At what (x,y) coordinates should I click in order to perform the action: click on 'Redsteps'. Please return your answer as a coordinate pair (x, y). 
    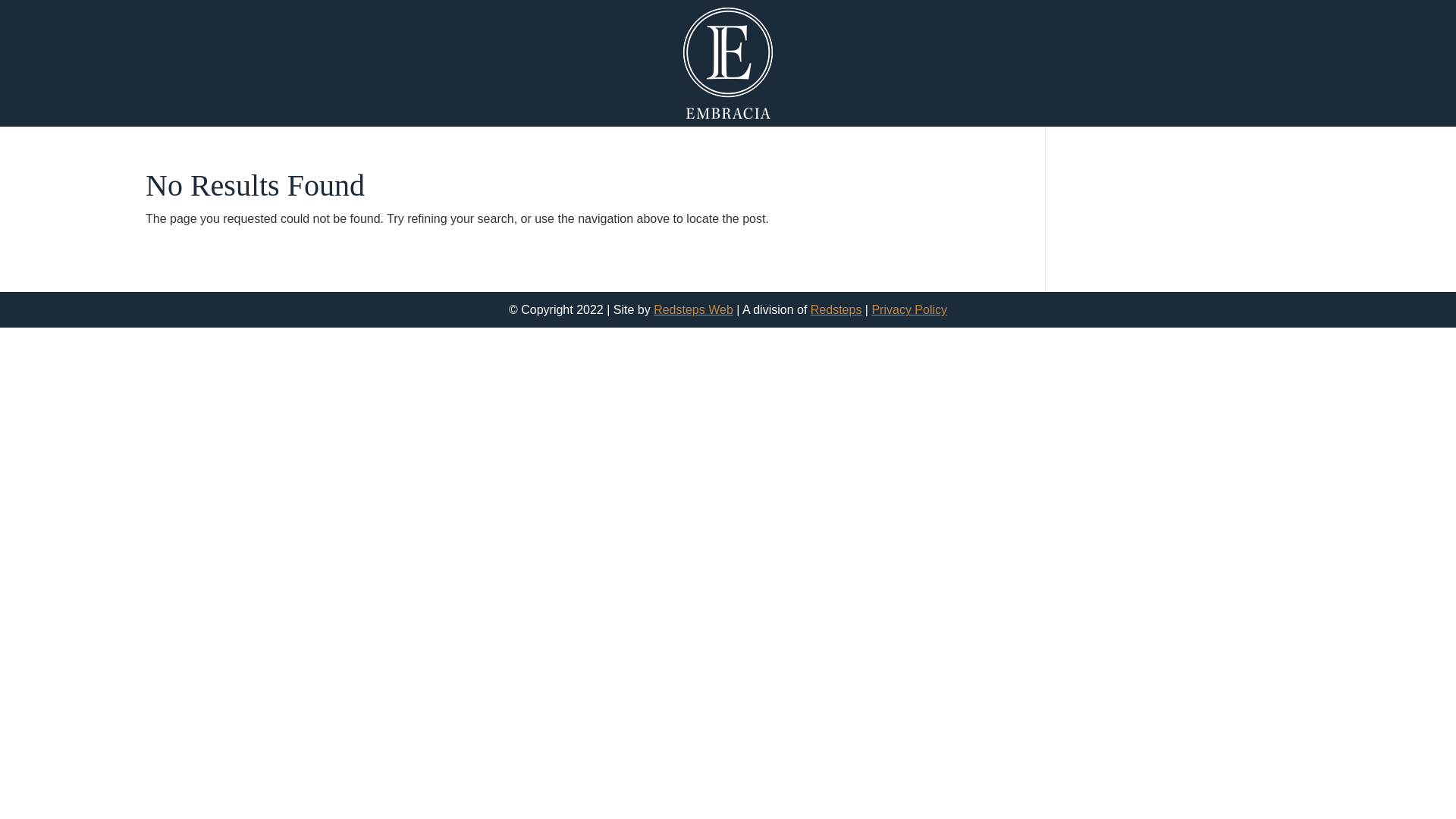
    Looking at the image, I should click on (836, 309).